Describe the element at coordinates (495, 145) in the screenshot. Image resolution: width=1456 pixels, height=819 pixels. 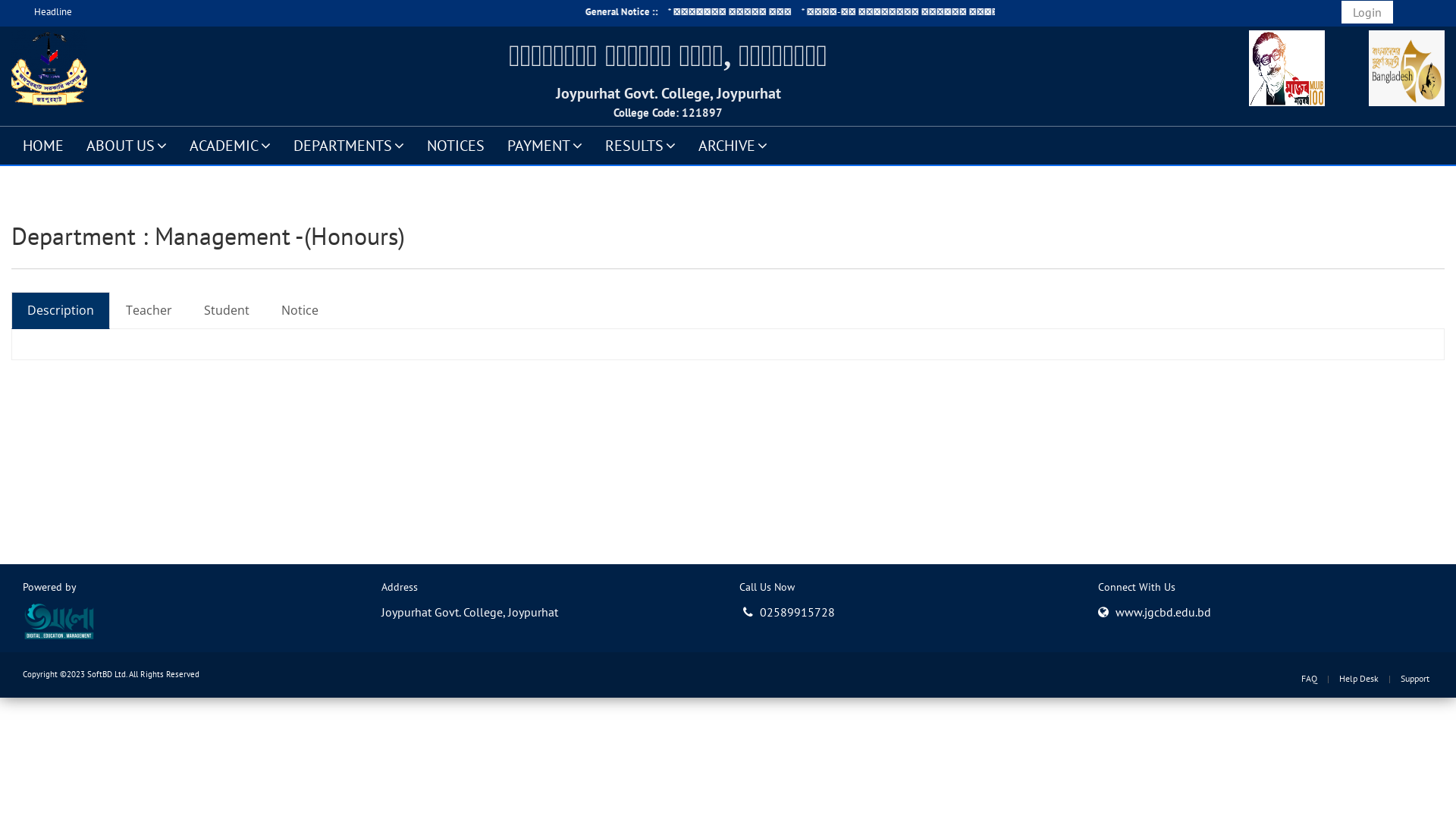
I see `'PAYMENT'` at that location.